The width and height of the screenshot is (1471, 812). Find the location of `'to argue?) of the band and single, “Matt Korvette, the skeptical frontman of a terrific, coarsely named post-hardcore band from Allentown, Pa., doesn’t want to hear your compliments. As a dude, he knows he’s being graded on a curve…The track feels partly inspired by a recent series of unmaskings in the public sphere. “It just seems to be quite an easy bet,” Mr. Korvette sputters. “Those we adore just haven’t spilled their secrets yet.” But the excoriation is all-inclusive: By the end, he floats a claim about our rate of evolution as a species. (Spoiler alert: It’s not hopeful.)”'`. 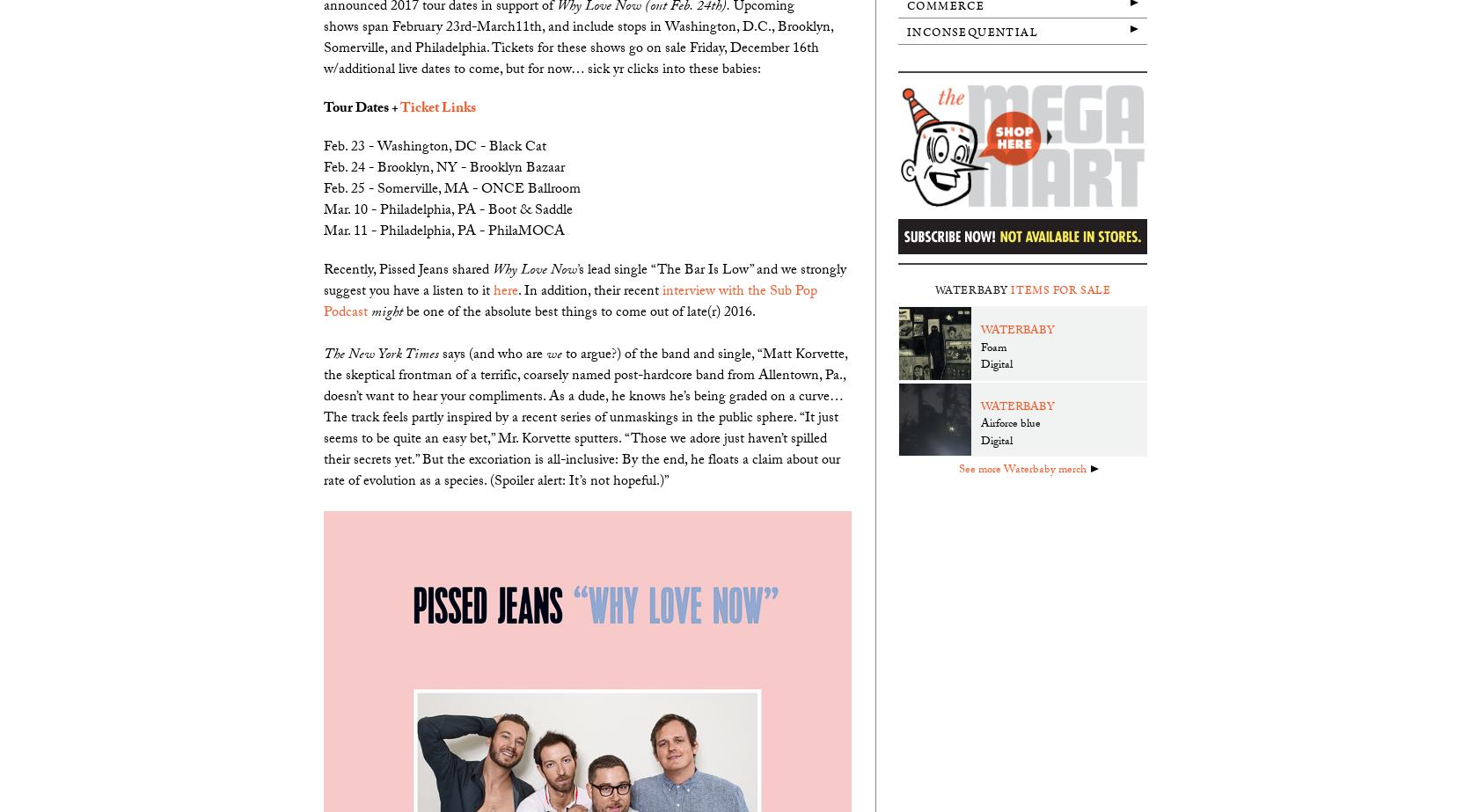

'to argue?) of the band and single, “Matt Korvette, the skeptical frontman of a terrific, coarsely named post-hardcore band from Allentown, Pa., doesn’t want to hear your compliments. As a dude, he knows he’s being graded on a curve…The track feels partly inspired by a recent series of unmaskings in the public sphere. “It just seems to be quite an easy bet,” Mr. Korvette sputters. “Those we adore just haven’t spilled their secrets yet.” But the excoriation is all-inclusive: By the end, he floats a claim about our rate of evolution as a species. (Spoiler alert: It’s not hopeful.)”' is located at coordinates (585, 417).